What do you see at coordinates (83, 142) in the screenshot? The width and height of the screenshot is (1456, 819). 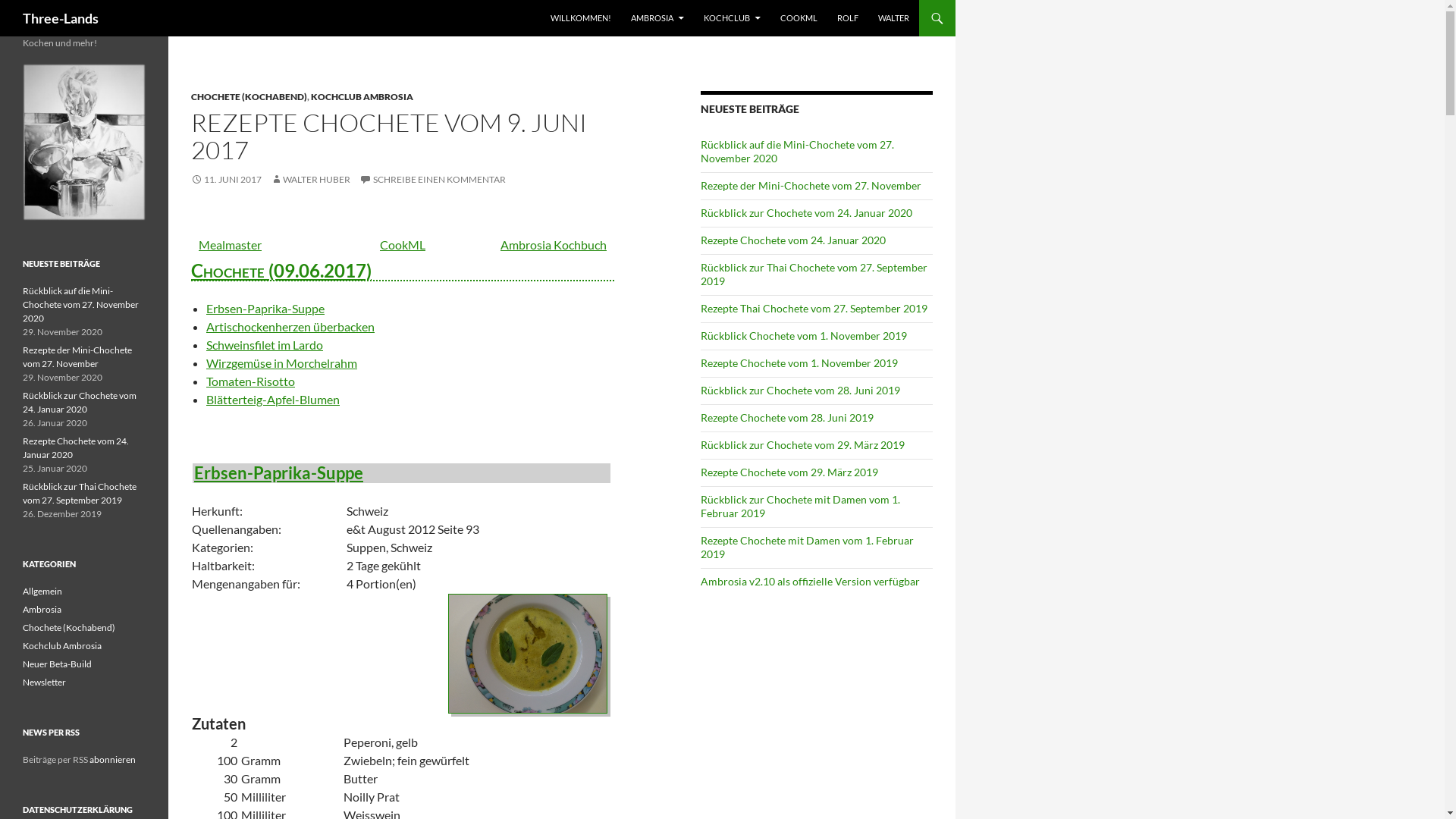 I see `'Ambrosia Logo'` at bounding box center [83, 142].